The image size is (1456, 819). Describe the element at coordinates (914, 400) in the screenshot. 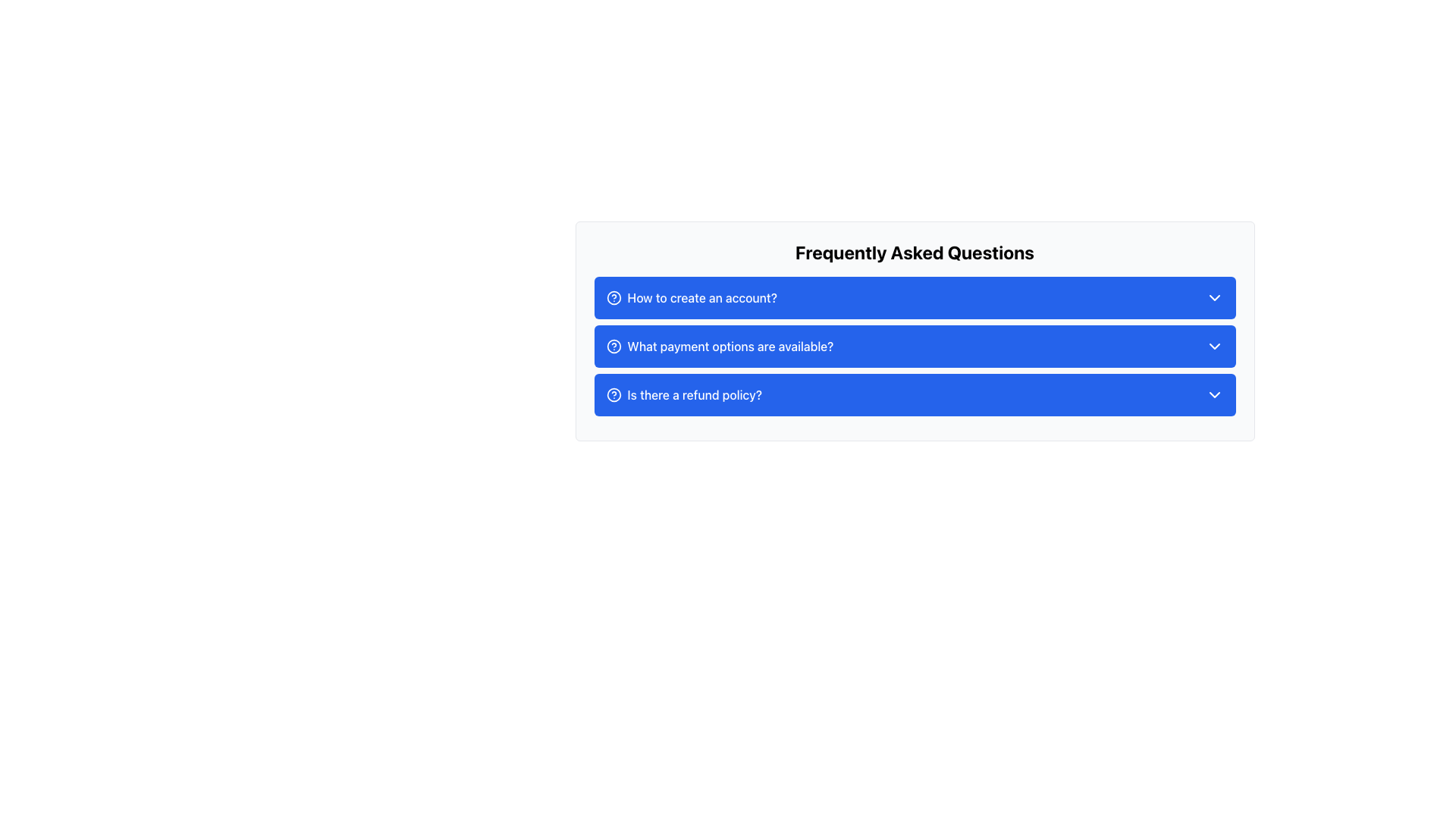

I see `the third accordion item in the FAQ section` at that location.